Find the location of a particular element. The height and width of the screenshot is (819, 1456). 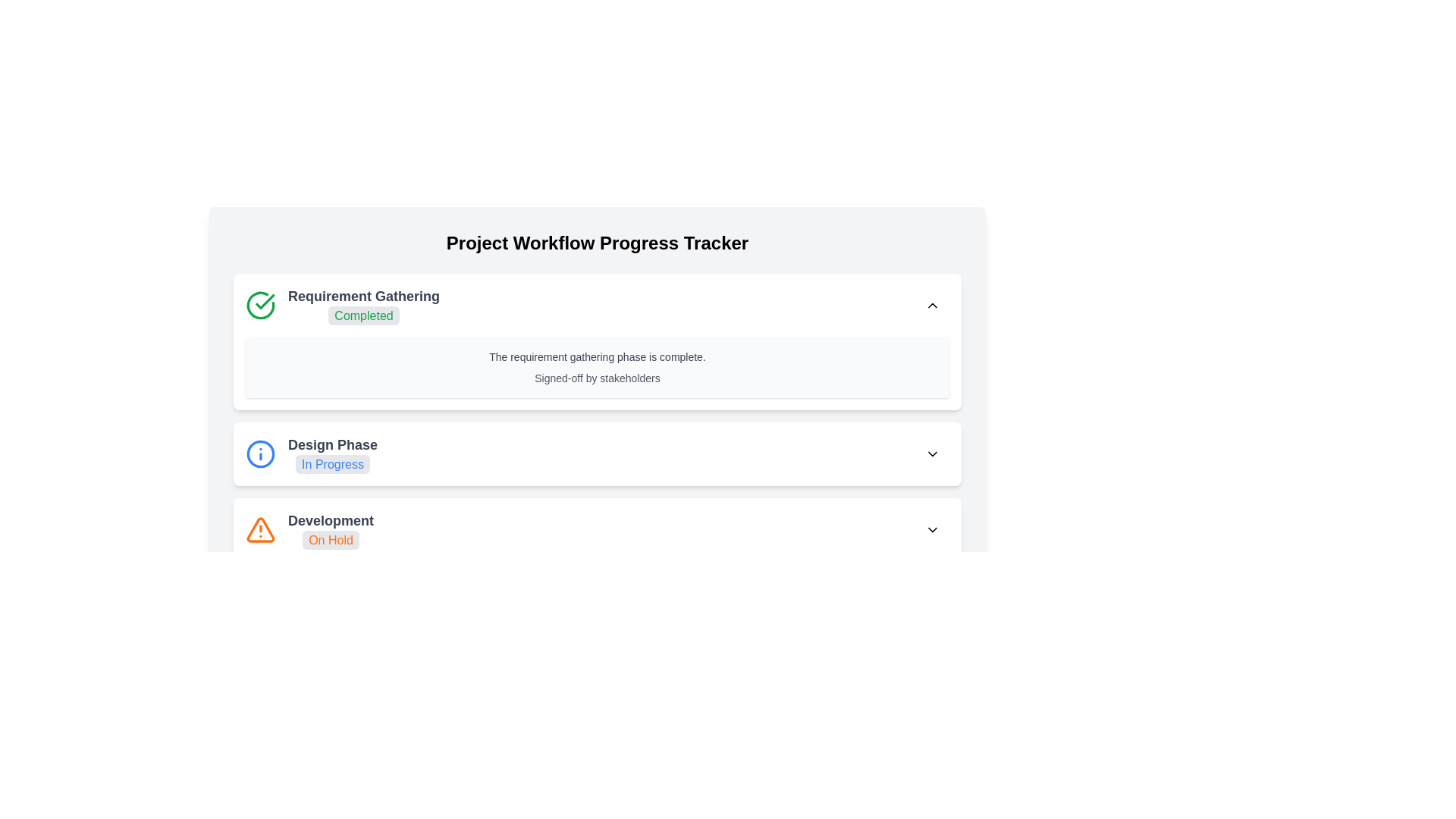

the Chevron icon (Expand/Collapse) is located at coordinates (931, 305).